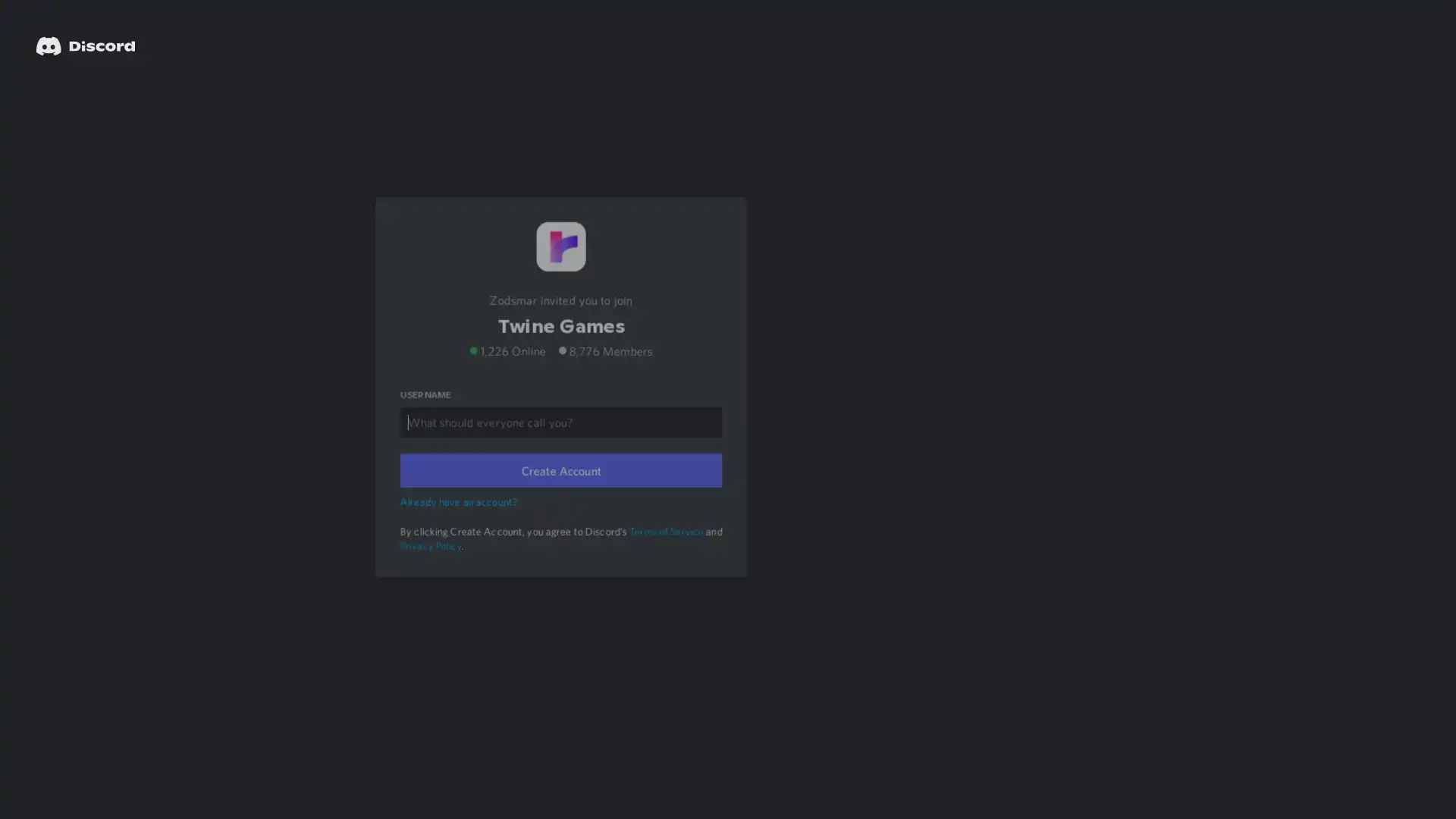 This screenshot has width=1456, height=819. What do you see at coordinates (560, 491) in the screenshot?
I see `Create Account` at bounding box center [560, 491].